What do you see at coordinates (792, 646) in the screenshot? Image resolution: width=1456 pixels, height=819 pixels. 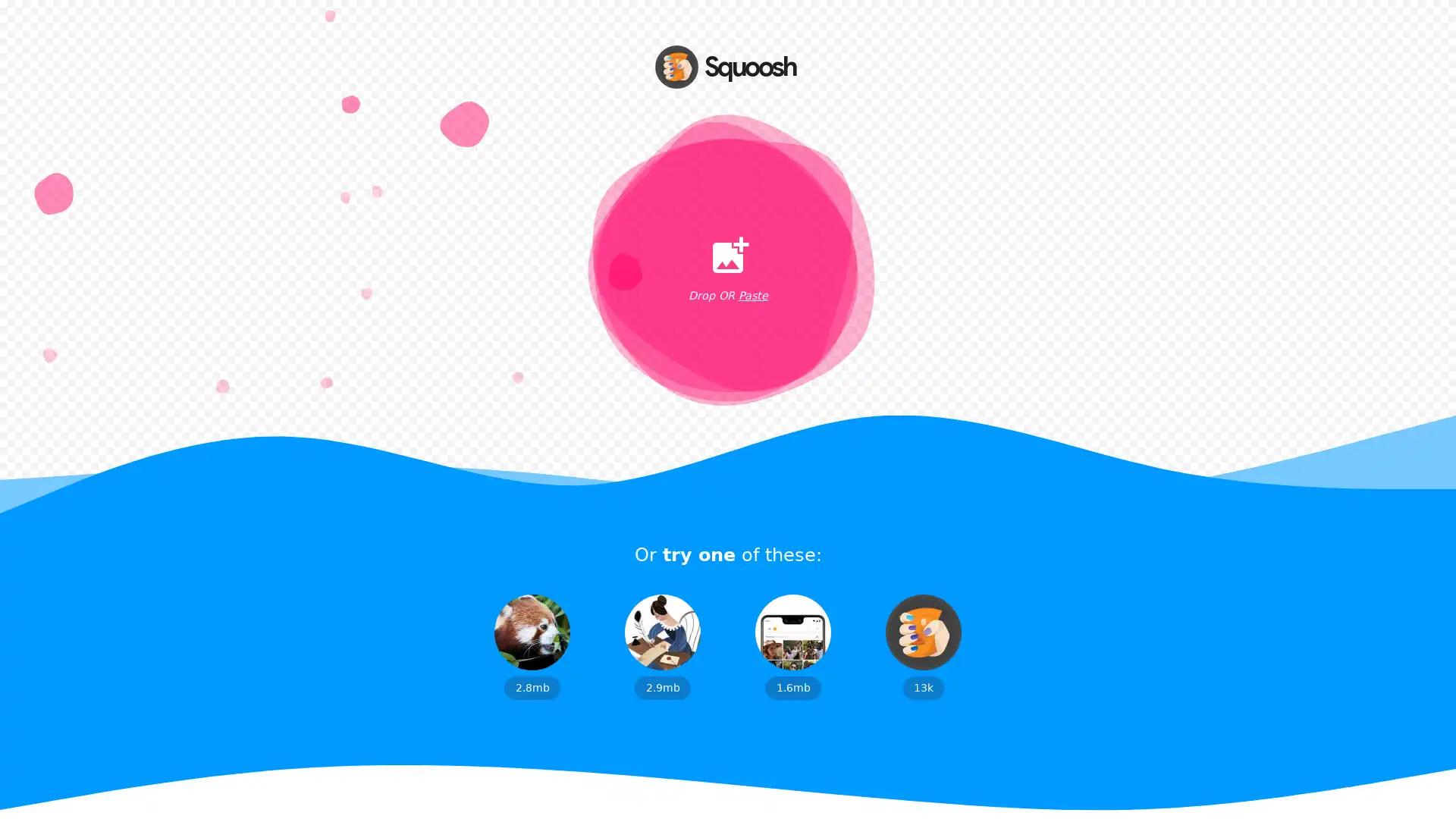 I see `Device screen 1.6mb` at bounding box center [792, 646].